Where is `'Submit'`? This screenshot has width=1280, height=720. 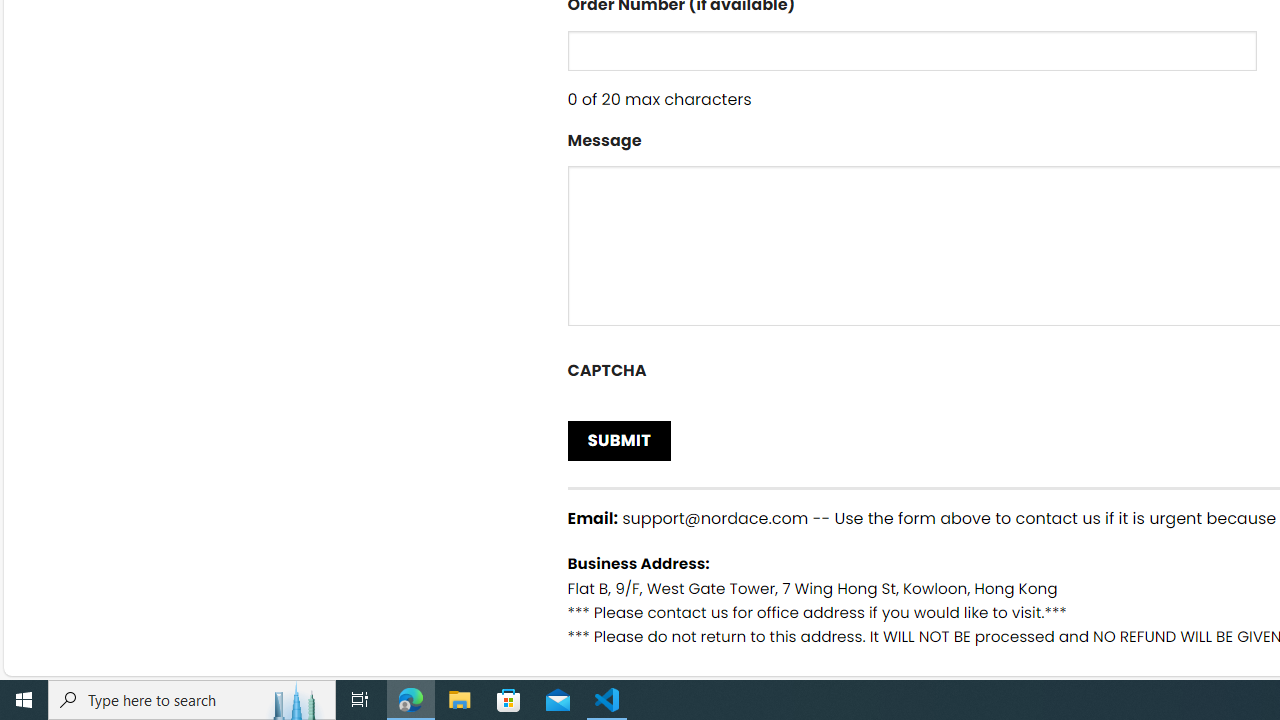 'Submit' is located at coordinates (618, 439).